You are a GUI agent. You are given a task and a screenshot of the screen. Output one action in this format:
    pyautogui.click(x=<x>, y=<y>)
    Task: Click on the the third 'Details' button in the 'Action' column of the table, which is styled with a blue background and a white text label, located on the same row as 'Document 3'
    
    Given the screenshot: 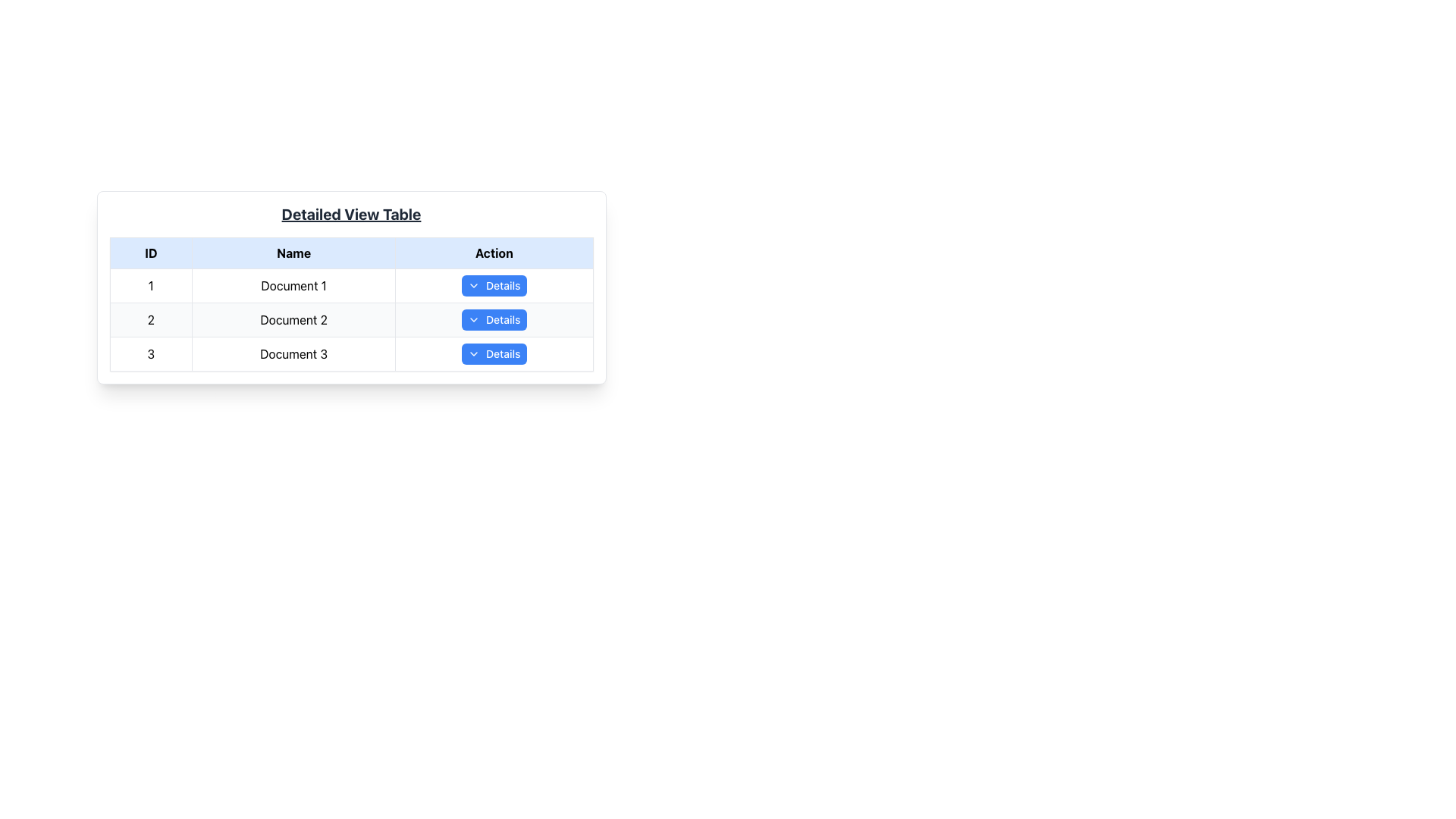 What is the action you would take?
    pyautogui.click(x=494, y=353)
    